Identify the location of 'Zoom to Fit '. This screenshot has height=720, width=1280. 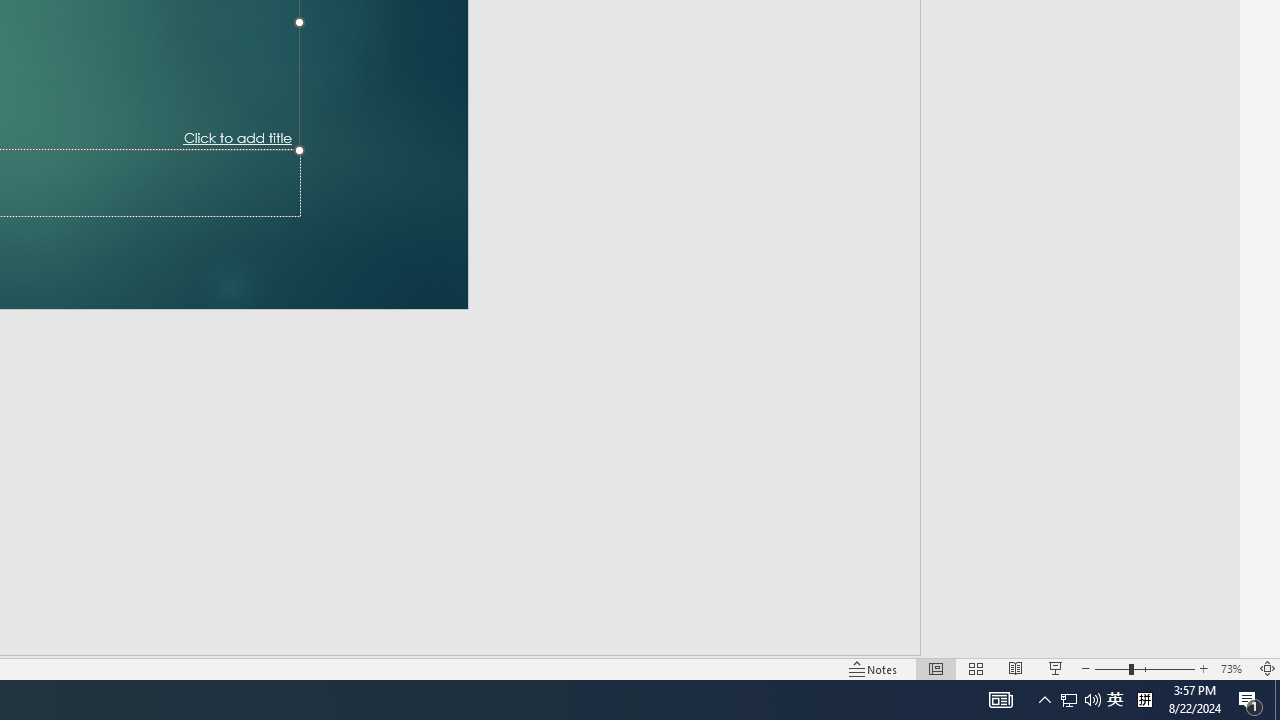
(1250, 698).